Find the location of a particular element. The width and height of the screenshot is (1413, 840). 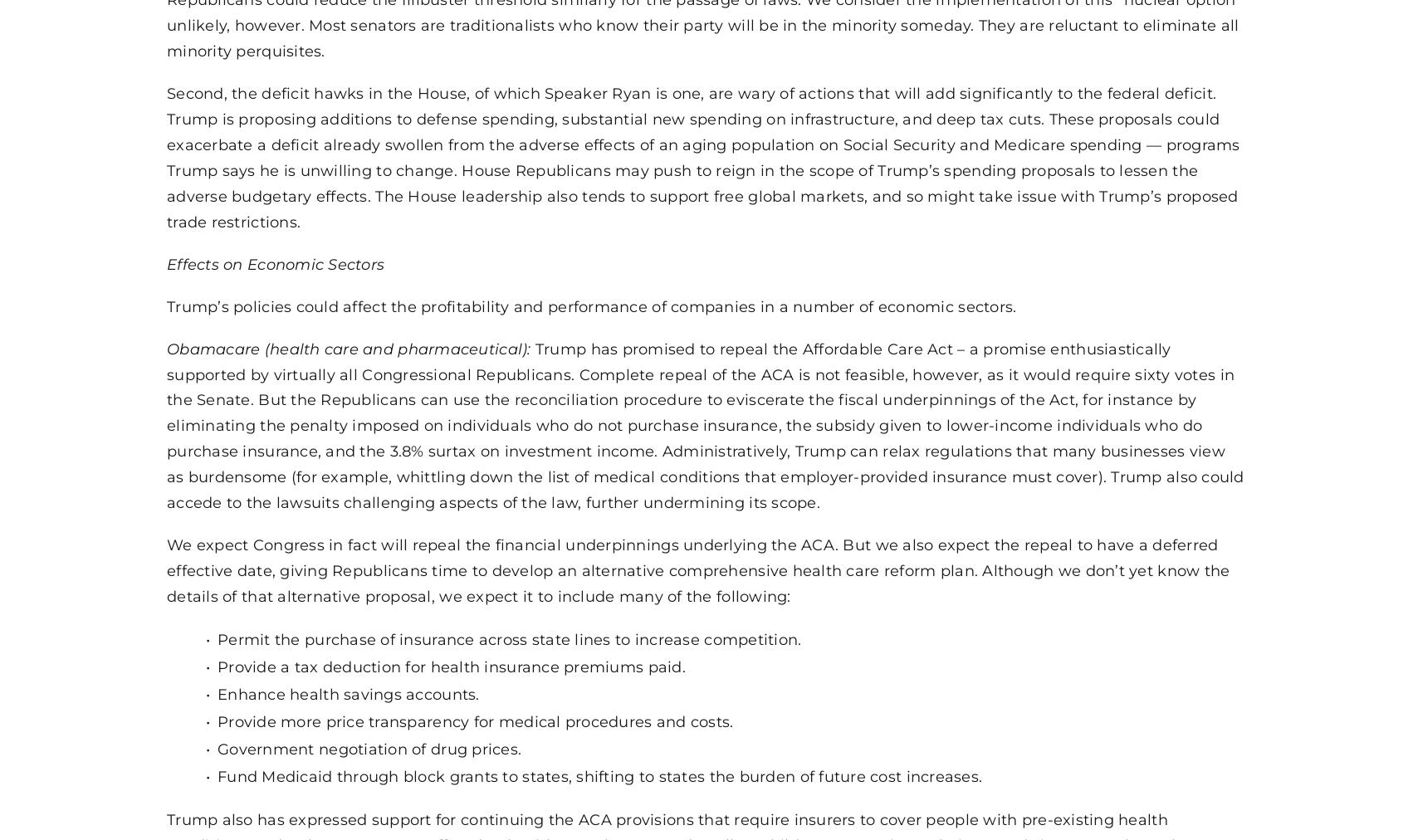

'We expect Congress in fact will repeal the financial underpinnings underlying the ACA. But we also expect the repeal to have a deferred effective date, giving Republicans time to develop an alternative comprehensive health care reform plan. Although we don’t yet know the details of that alternative proposal, we expect it to include many of the following:' is located at coordinates (697, 570).